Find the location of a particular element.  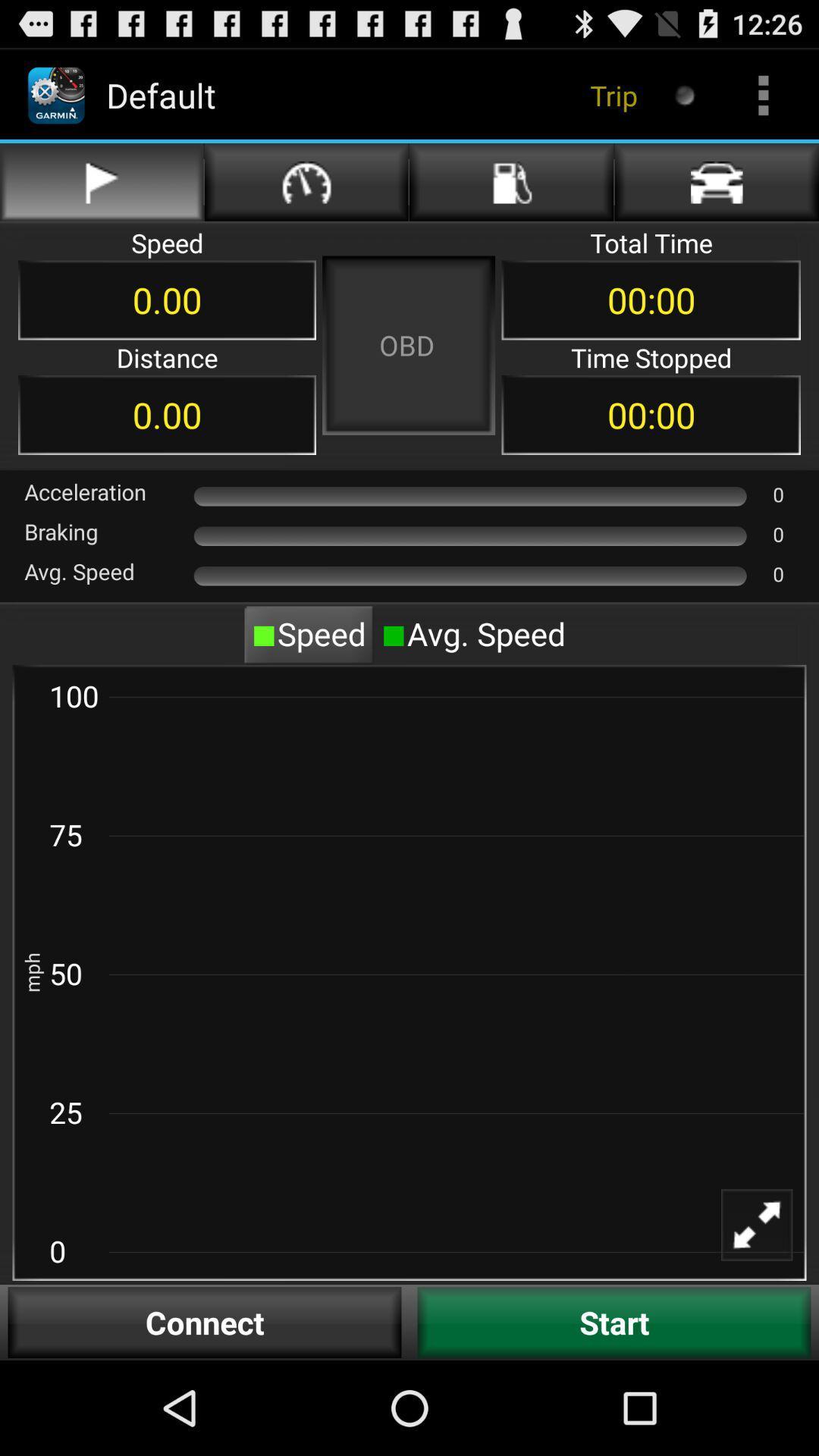

full screen is located at coordinates (767, 1235).